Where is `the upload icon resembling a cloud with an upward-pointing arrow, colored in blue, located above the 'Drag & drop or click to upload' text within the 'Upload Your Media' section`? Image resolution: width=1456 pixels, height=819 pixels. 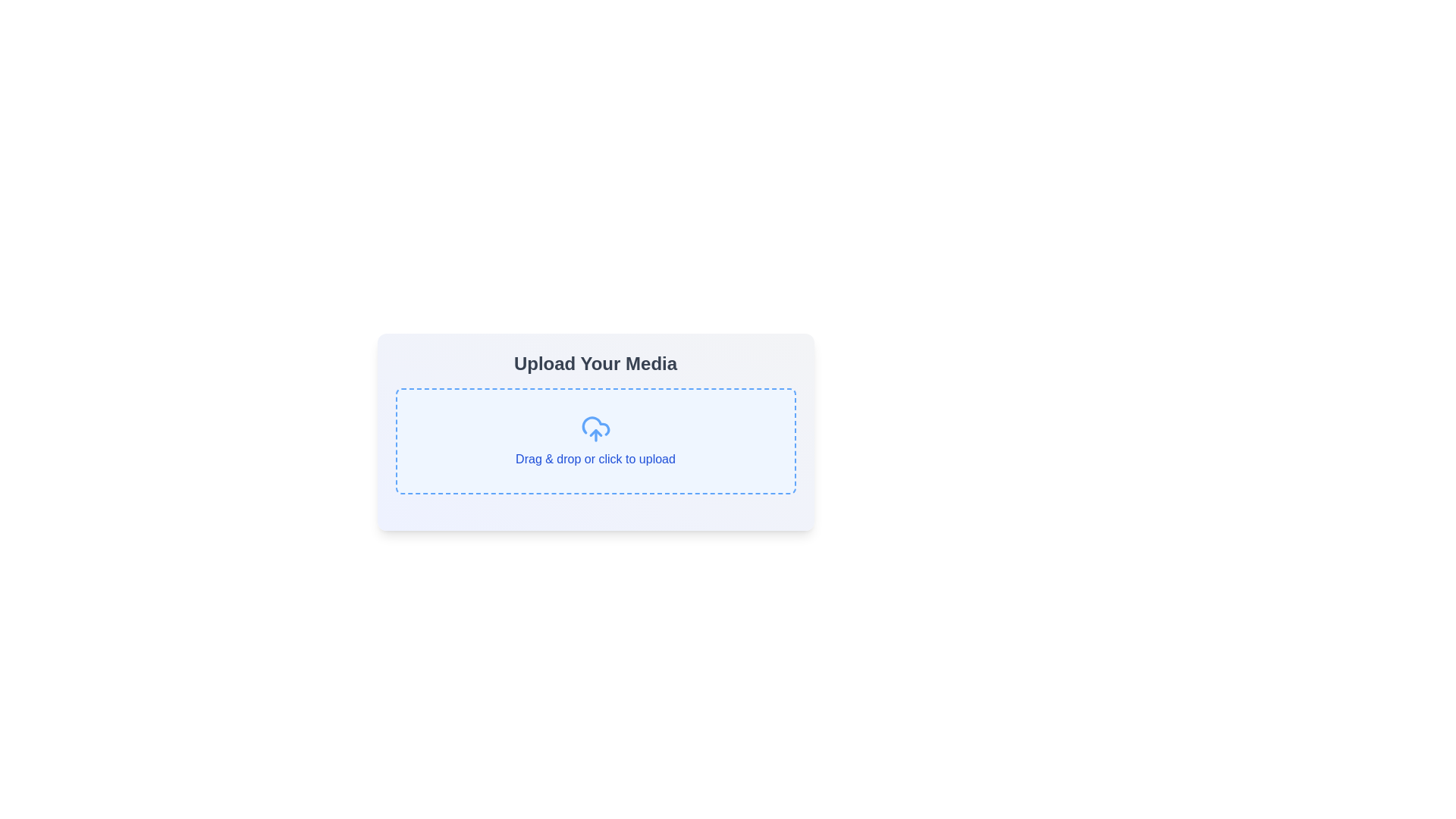 the upload icon resembling a cloud with an upward-pointing arrow, colored in blue, located above the 'Drag & drop or click to upload' text within the 'Upload Your Media' section is located at coordinates (595, 429).